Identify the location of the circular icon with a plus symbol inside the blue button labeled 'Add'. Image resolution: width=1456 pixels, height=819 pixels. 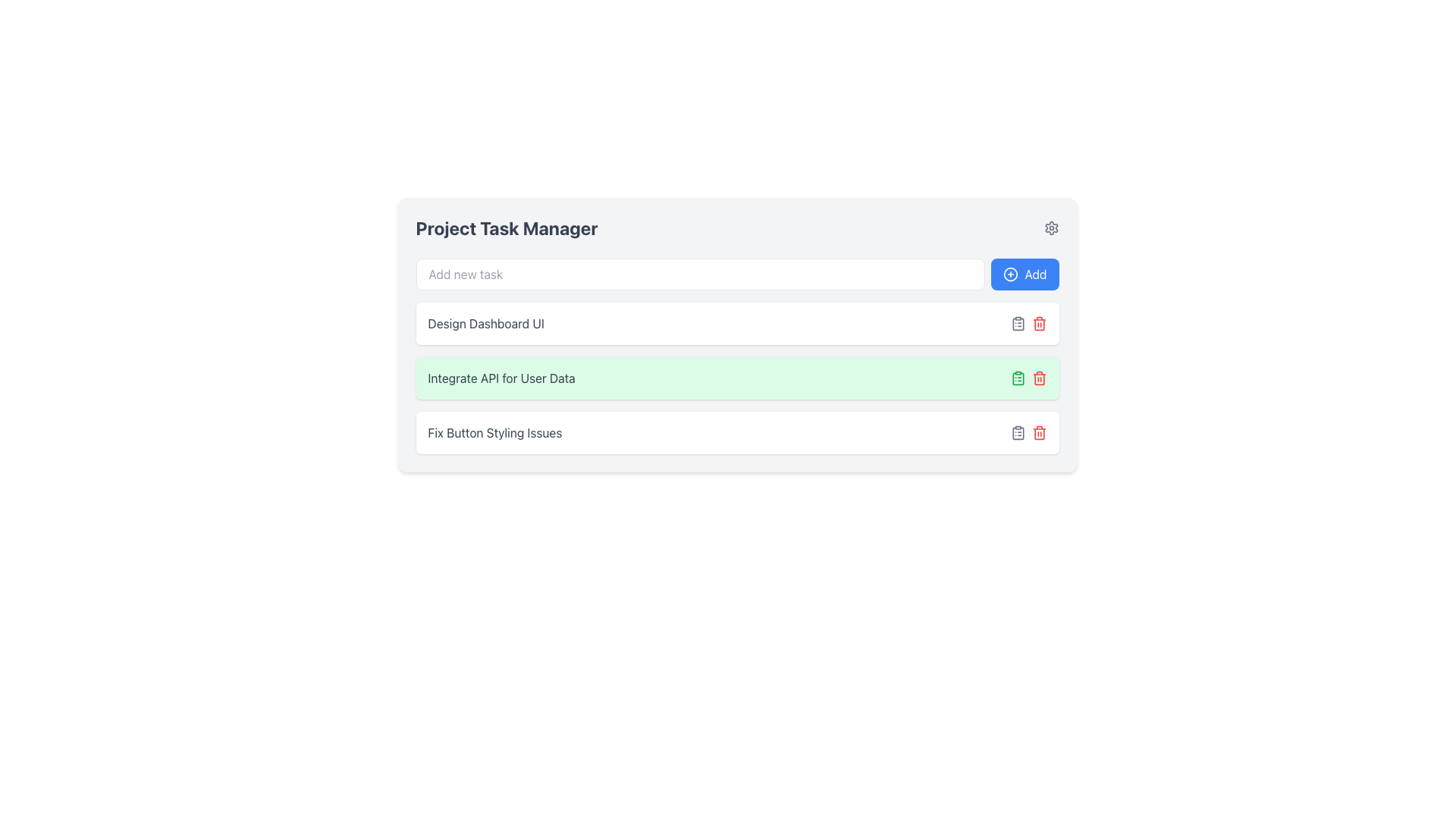
(1011, 275).